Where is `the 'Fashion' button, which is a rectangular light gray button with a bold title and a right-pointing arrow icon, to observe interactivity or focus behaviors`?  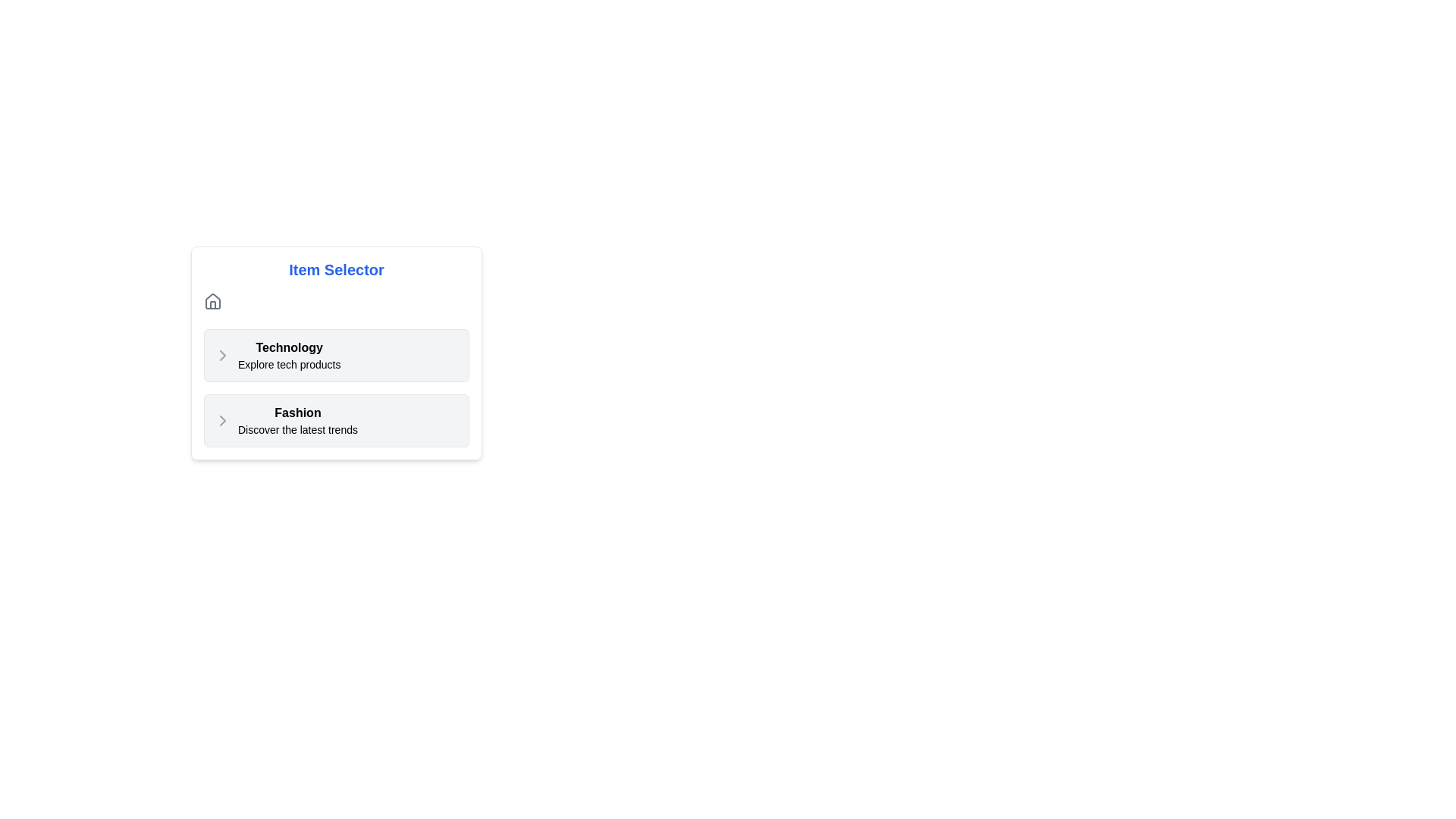
the 'Fashion' button, which is a rectangular light gray button with a bold title and a right-pointing arrow icon, to observe interactivity or focus behaviors is located at coordinates (336, 421).